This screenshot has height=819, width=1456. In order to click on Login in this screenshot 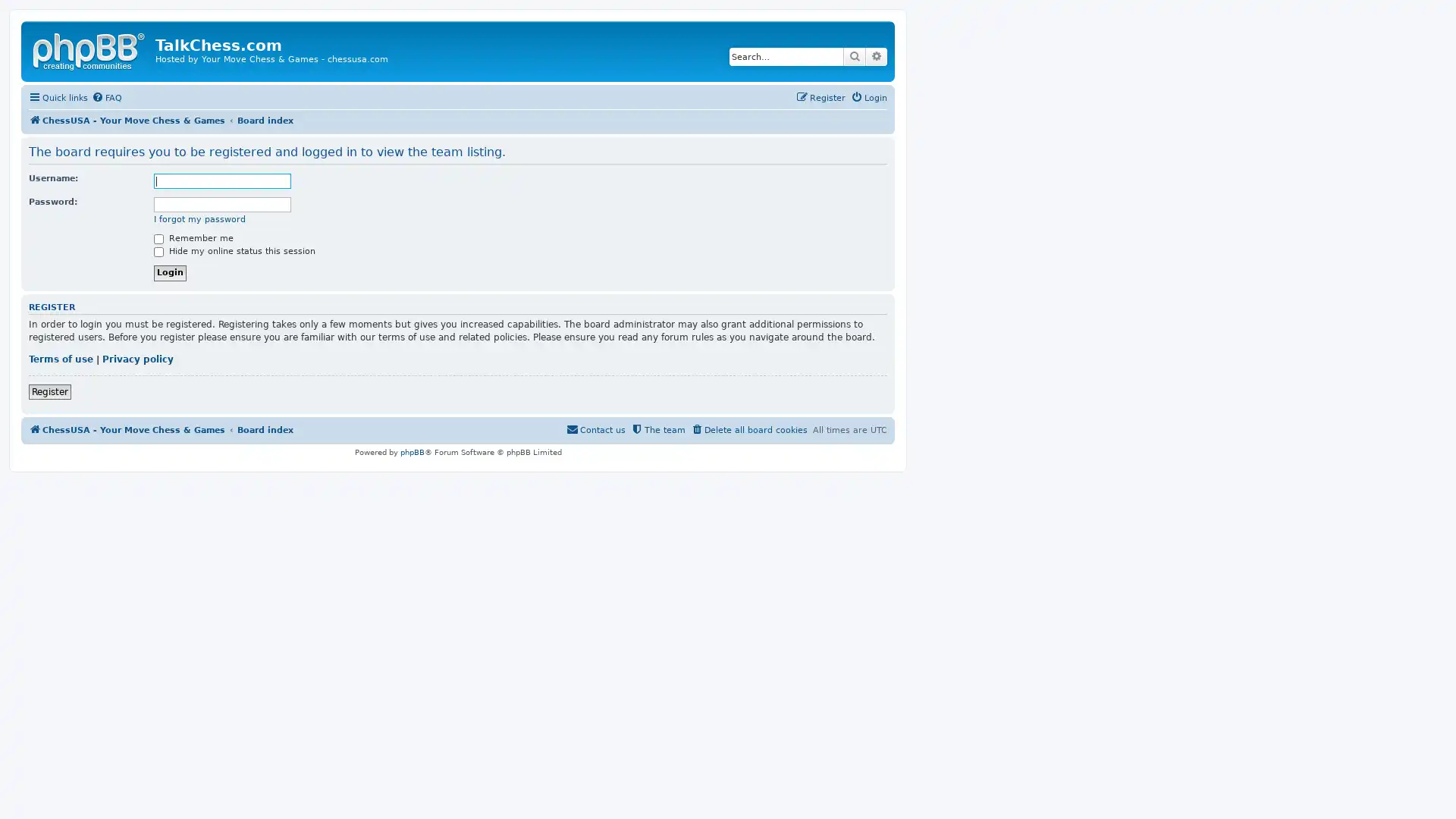, I will do `click(170, 271)`.